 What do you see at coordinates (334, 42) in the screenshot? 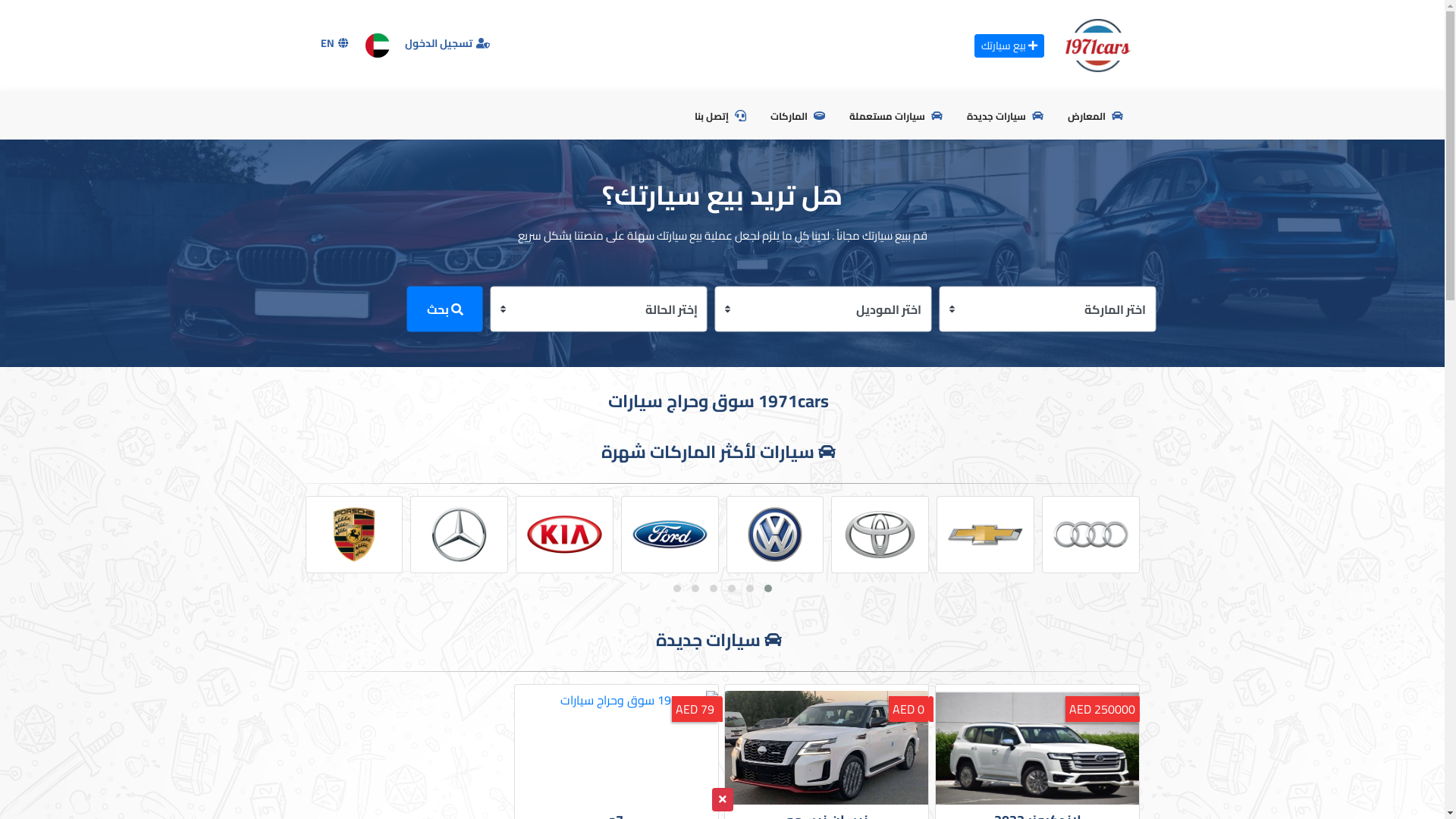
I see `'EN'` at bounding box center [334, 42].